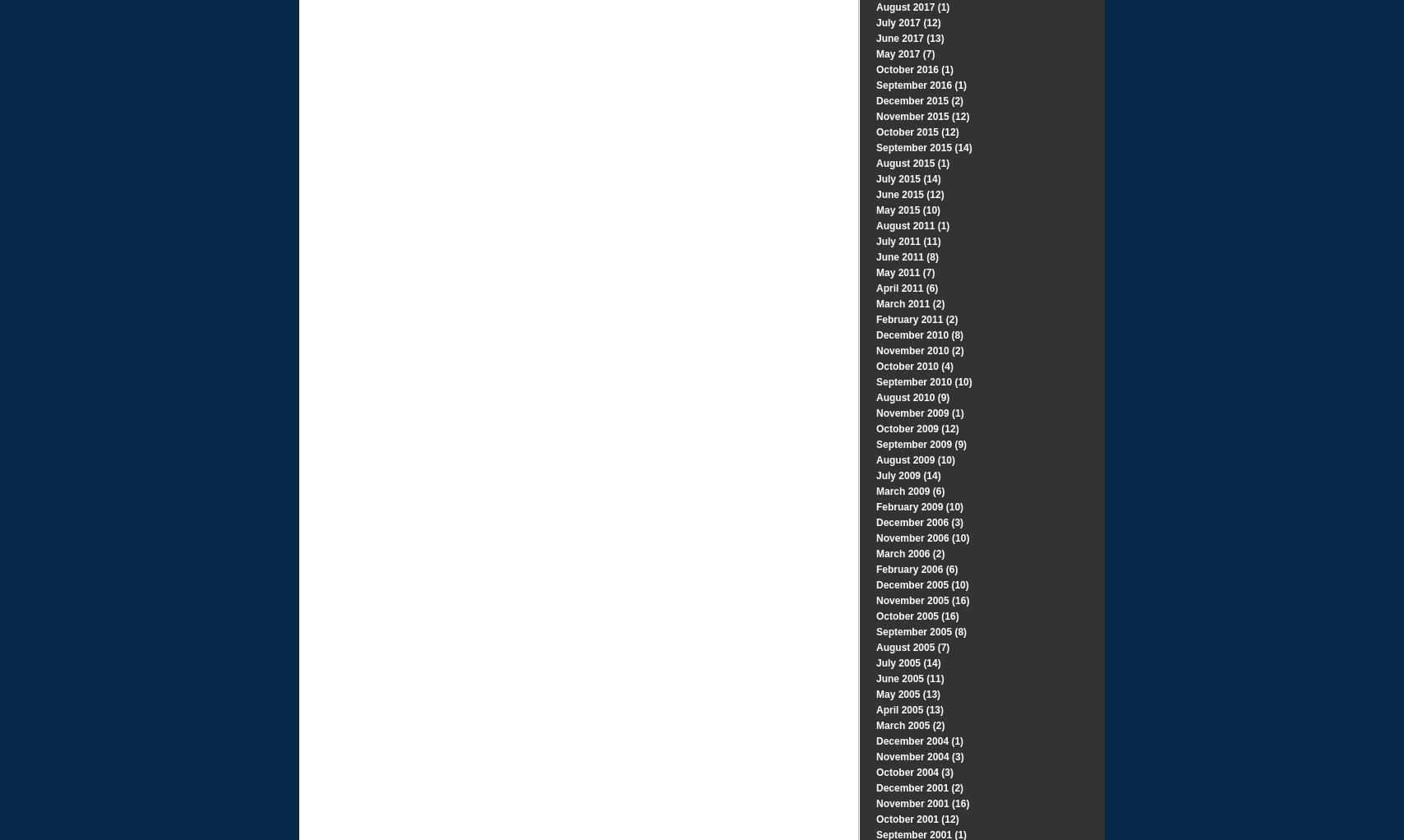 The width and height of the screenshot is (1404, 840). I want to click on 'August 2009 (10)', so click(915, 459).